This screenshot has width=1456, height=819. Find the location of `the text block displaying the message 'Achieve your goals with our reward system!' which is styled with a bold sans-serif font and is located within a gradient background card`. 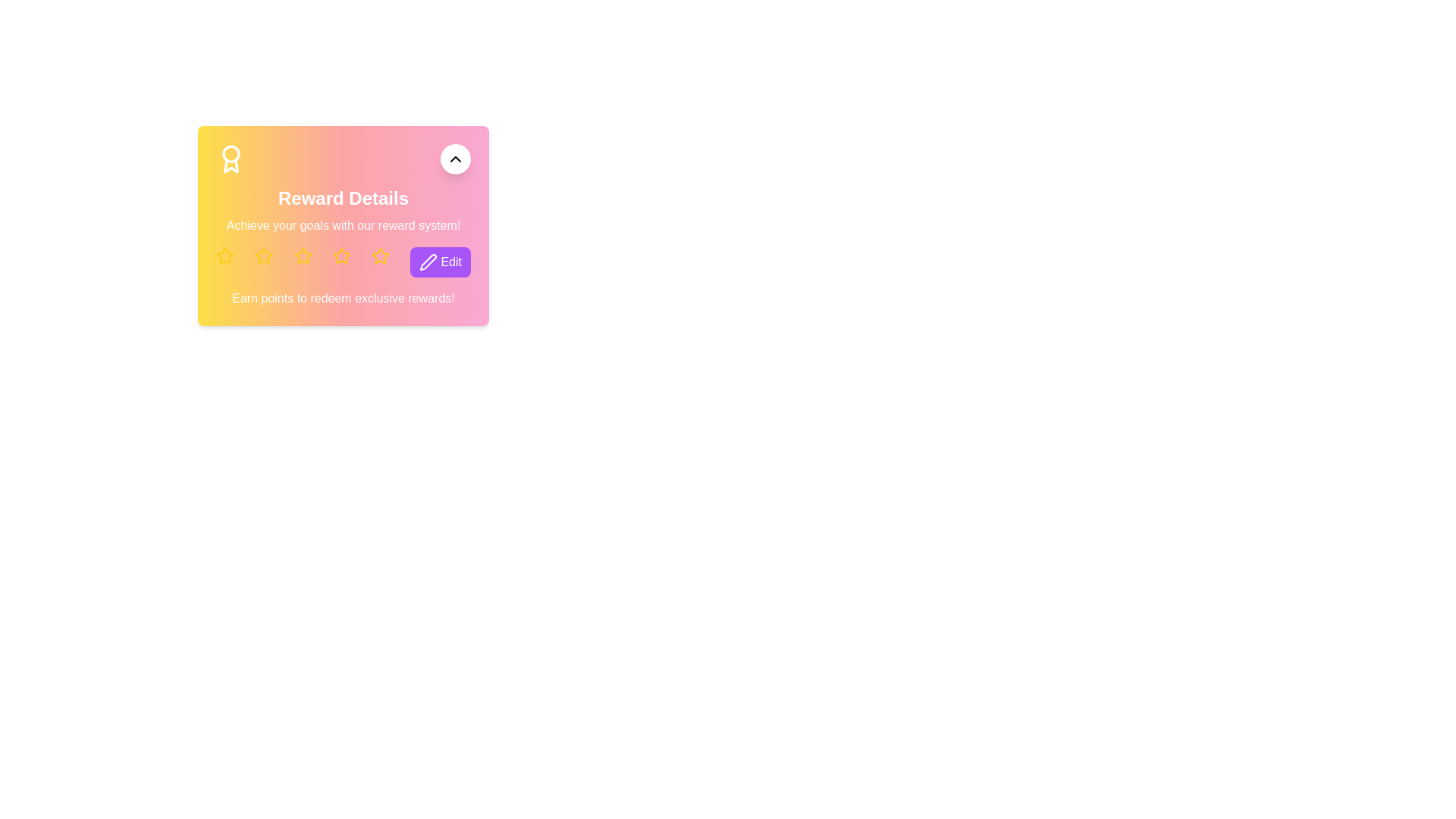

the text block displaying the message 'Achieve your goals with our reward system!' which is styled with a bold sans-serif font and is located within a gradient background card is located at coordinates (342, 225).